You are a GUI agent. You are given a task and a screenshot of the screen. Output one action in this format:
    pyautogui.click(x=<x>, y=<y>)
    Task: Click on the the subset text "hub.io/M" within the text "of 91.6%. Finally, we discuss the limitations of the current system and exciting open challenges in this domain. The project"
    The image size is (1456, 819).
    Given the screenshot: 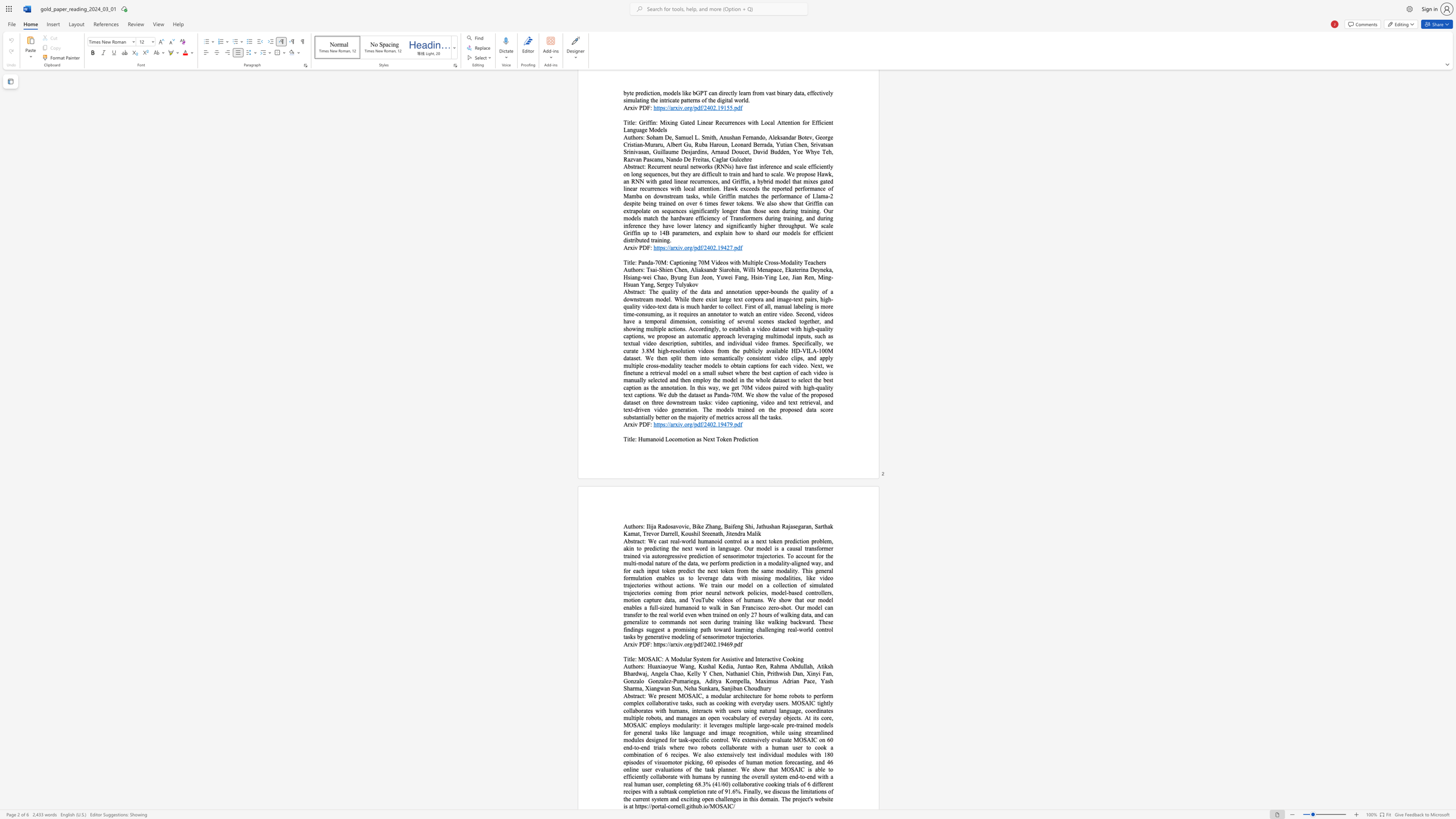 What is the action you would take?
    pyautogui.click(x=693, y=806)
    